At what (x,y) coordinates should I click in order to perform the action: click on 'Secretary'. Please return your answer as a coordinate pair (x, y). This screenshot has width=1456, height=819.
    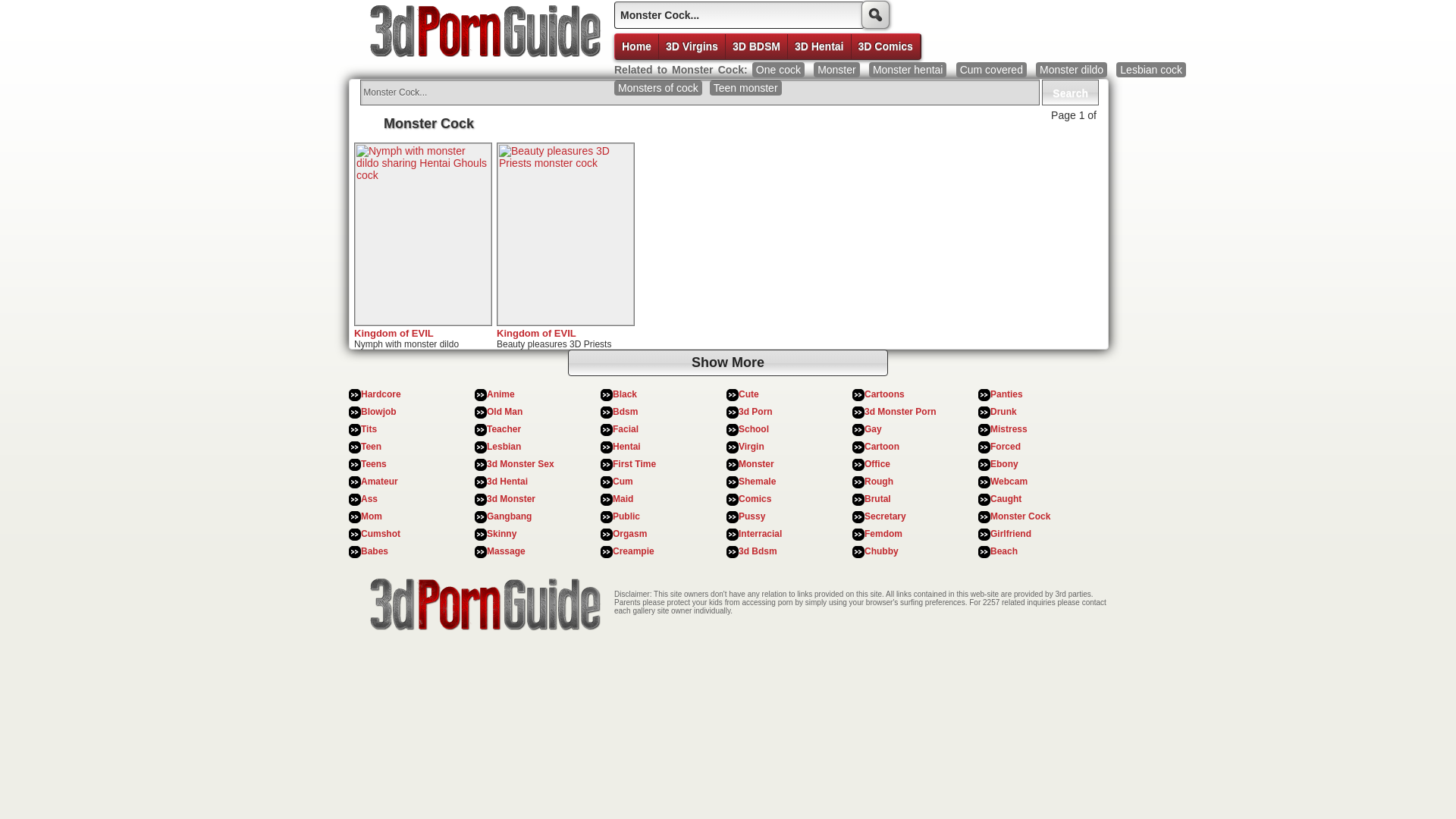
    Looking at the image, I should click on (864, 516).